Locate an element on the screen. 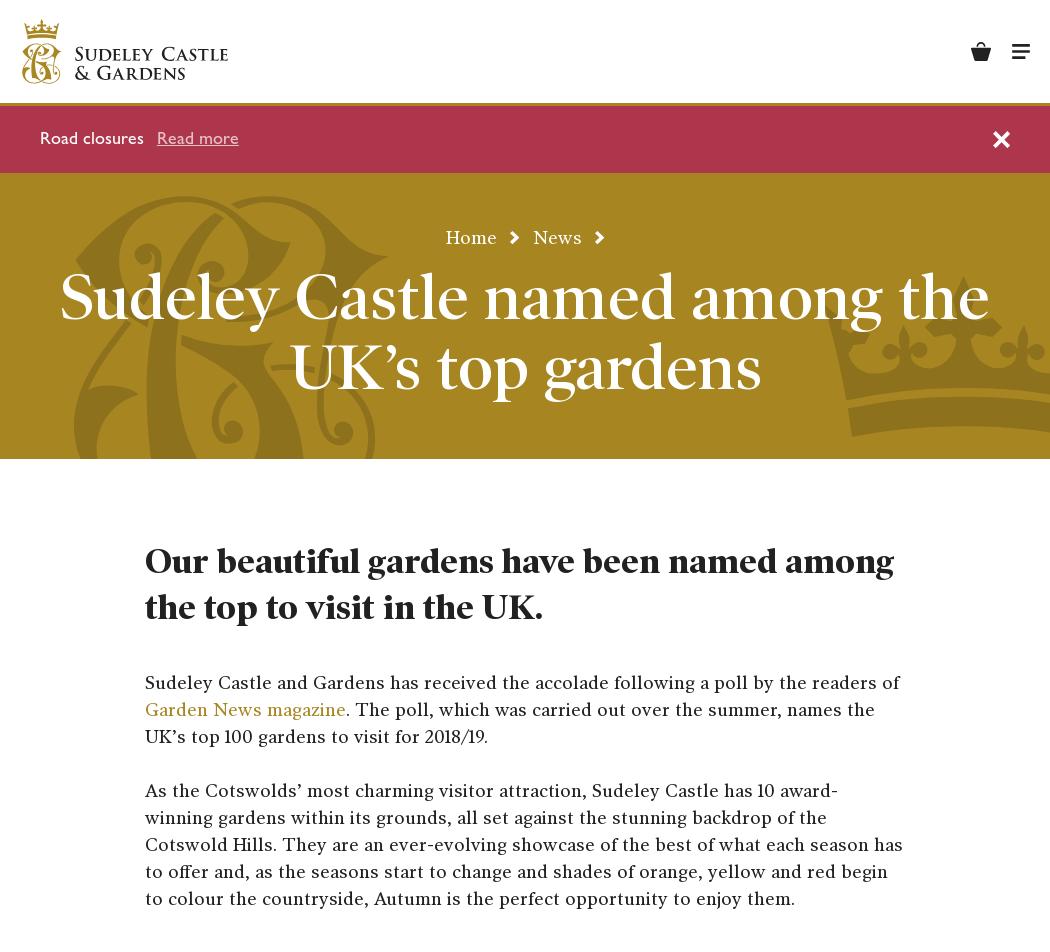 This screenshot has width=1050, height=952. 'Sudeley Castle and Gardens has received the accolade following a poll by the readers of' is located at coordinates (520, 682).